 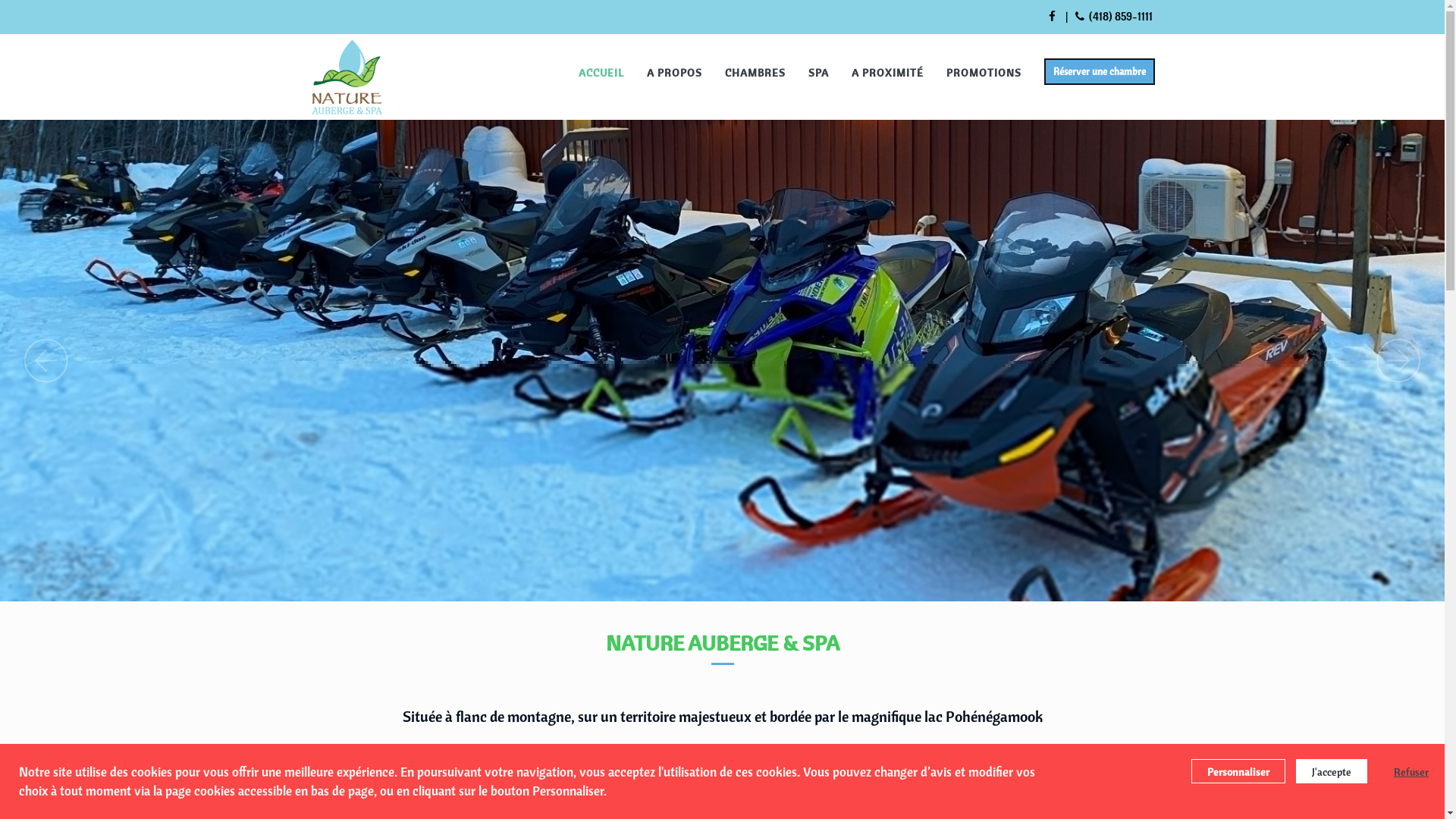 What do you see at coordinates (566, 72) in the screenshot?
I see `'ACCUEIL'` at bounding box center [566, 72].